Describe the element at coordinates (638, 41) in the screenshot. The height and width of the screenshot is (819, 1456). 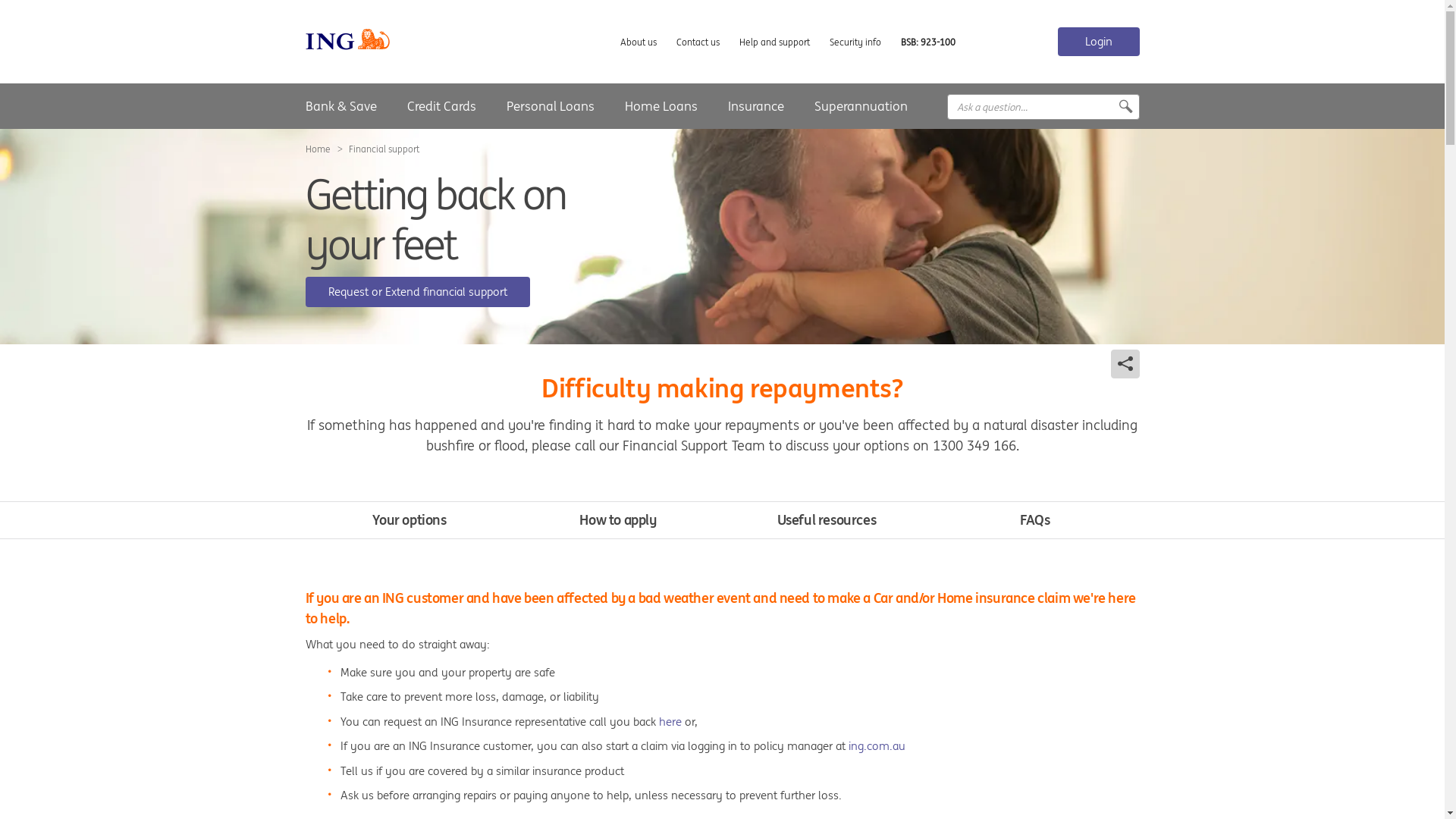
I see `'About us'` at that location.